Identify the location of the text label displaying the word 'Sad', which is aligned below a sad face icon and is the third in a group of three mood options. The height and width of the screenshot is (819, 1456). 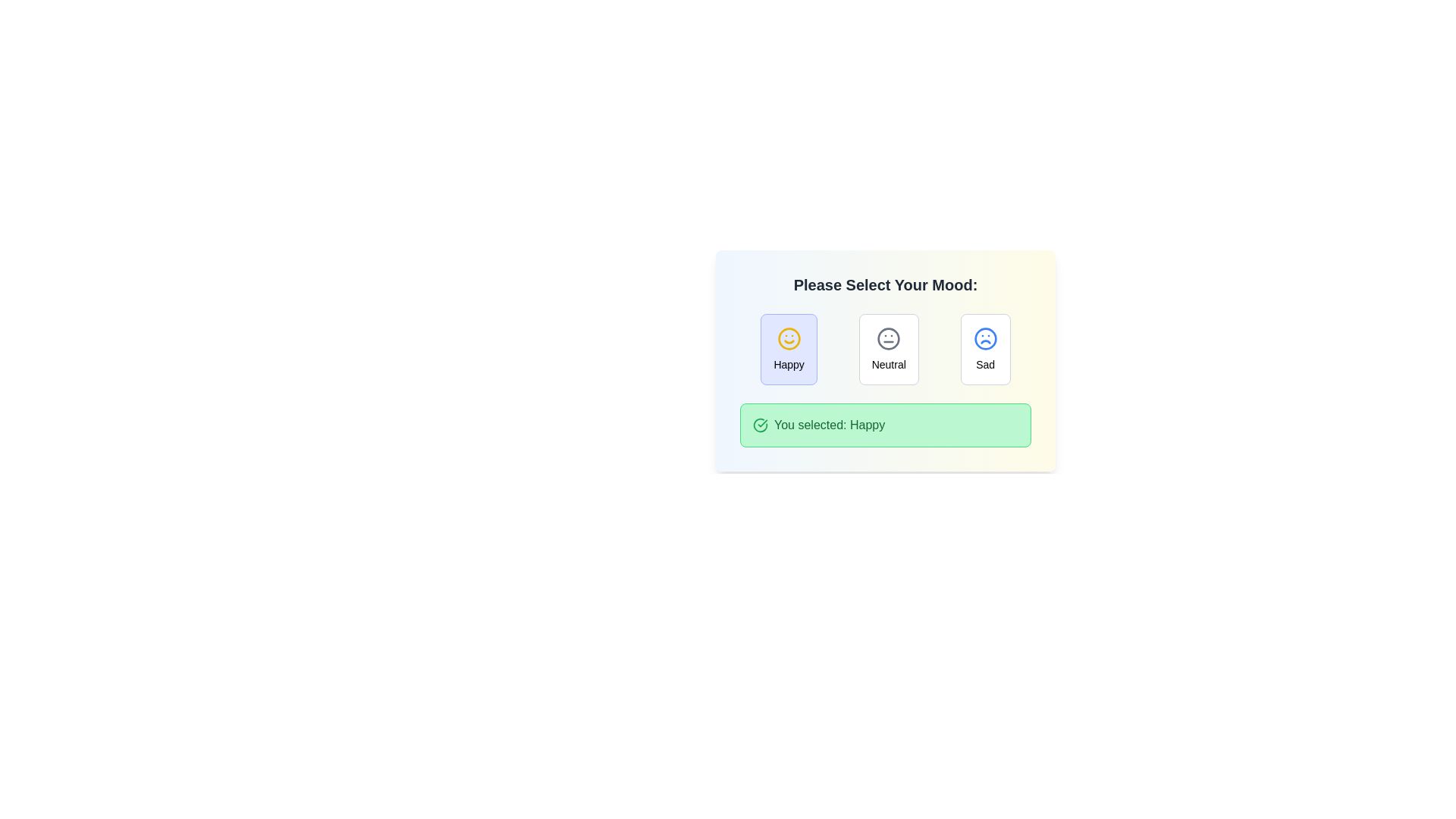
(985, 365).